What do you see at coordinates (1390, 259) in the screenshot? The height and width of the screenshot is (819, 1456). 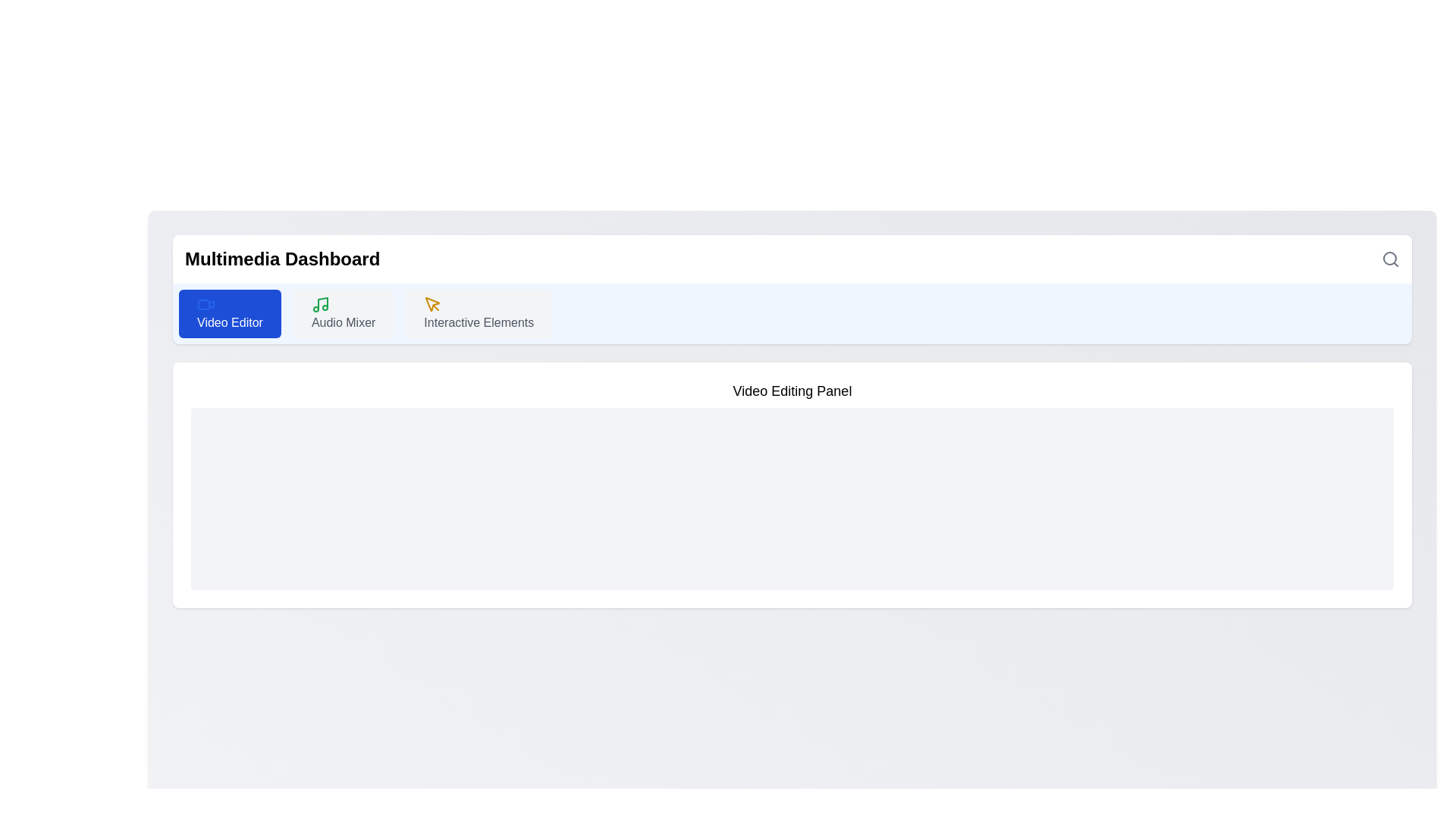 I see `the search icon button located at the top-right corner of the 'Multimedia Dashboard' to initiate a search action` at bounding box center [1390, 259].